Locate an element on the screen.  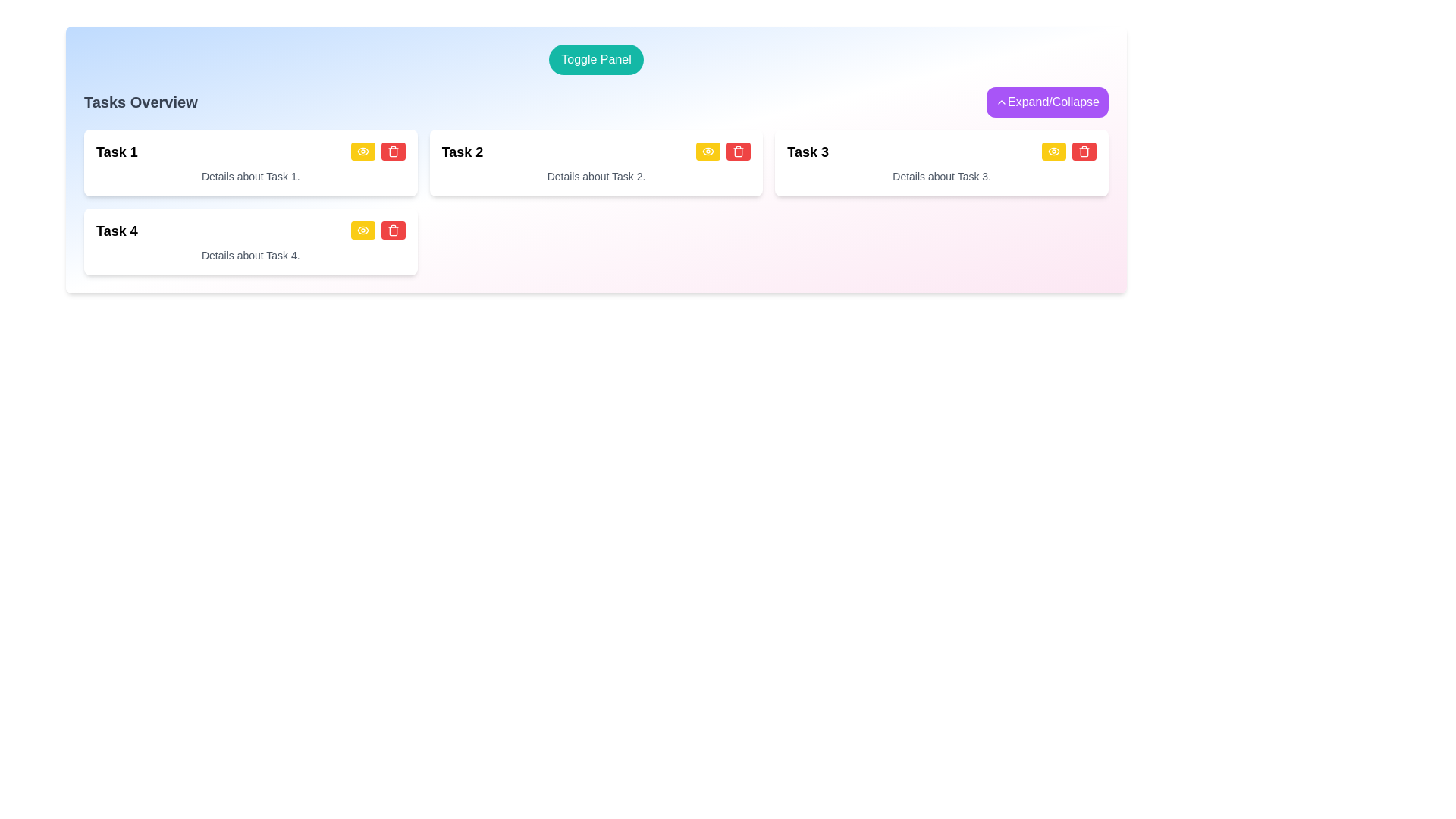
text displayed in the gray font that says 'Details about Task 2.' located beneath the title 'Task 2' in the card layout is located at coordinates (595, 175).